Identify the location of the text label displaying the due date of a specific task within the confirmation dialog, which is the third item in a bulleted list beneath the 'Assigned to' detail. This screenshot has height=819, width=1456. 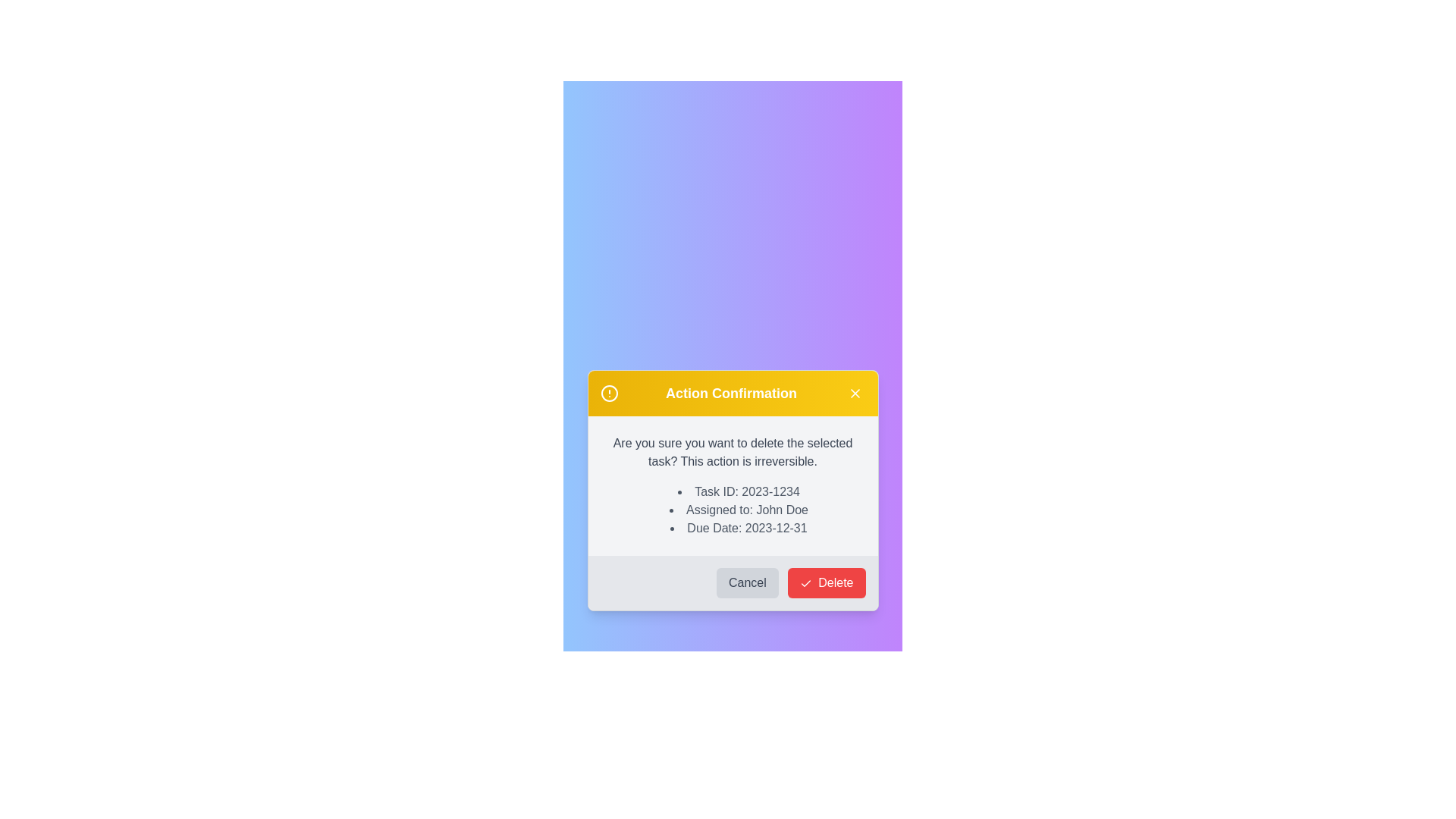
(739, 528).